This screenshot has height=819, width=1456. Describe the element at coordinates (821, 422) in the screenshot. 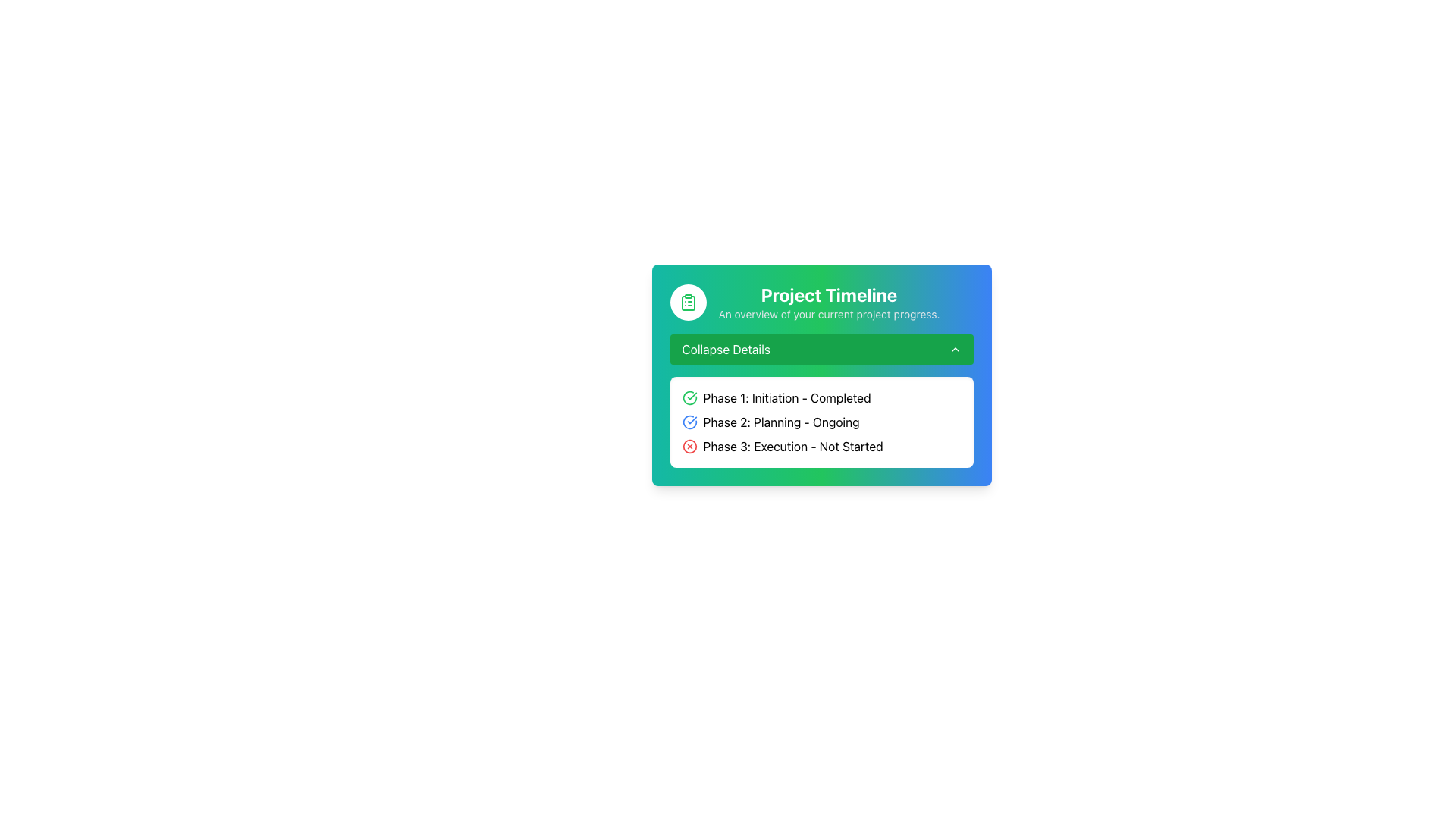

I see `the text block containing project phases to use the information for decision-making` at that location.